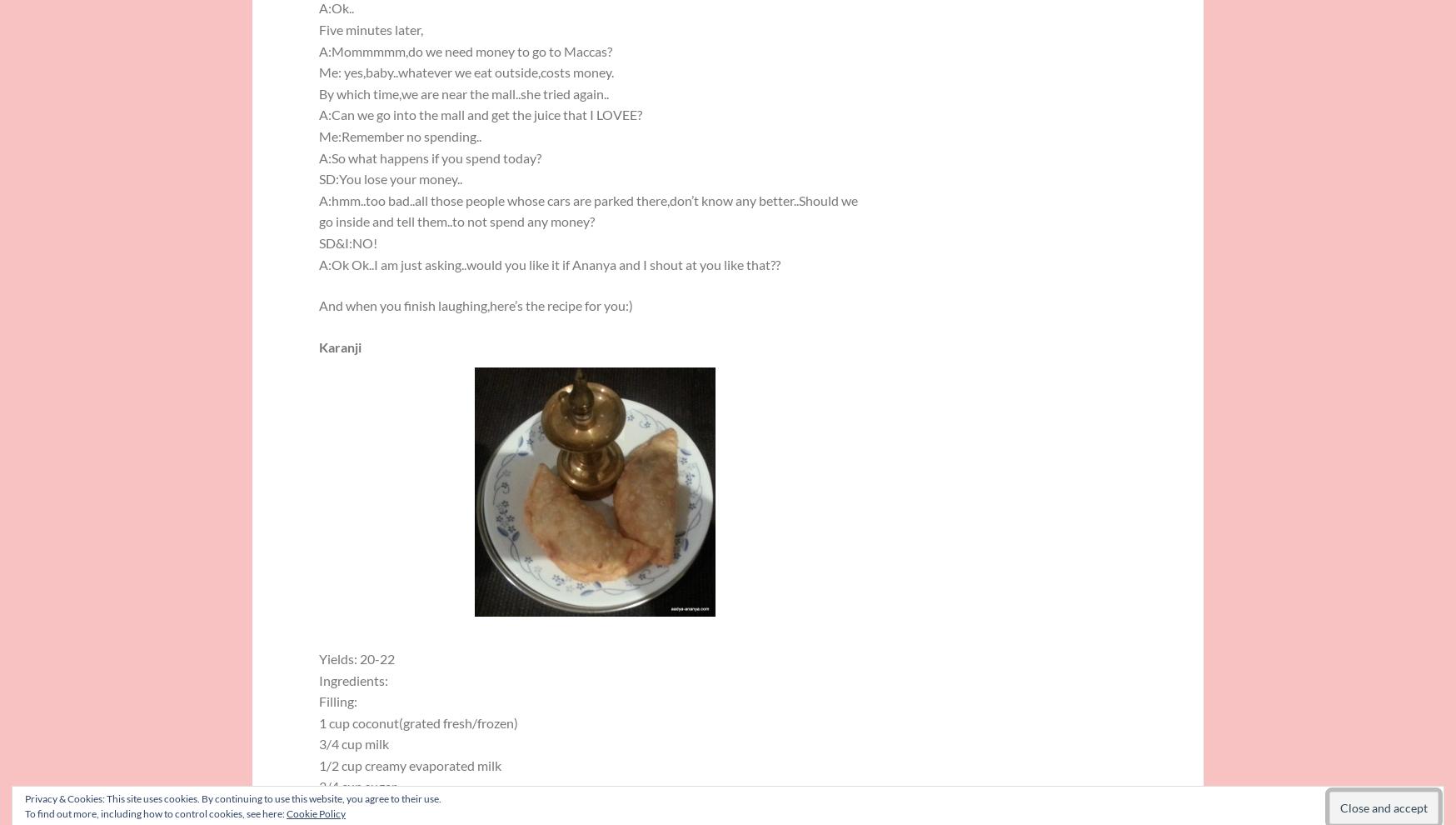 The image size is (1456, 825). Describe the element at coordinates (476, 305) in the screenshot. I see `'And when you finish laughing,here’s the recipe for you:)'` at that location.